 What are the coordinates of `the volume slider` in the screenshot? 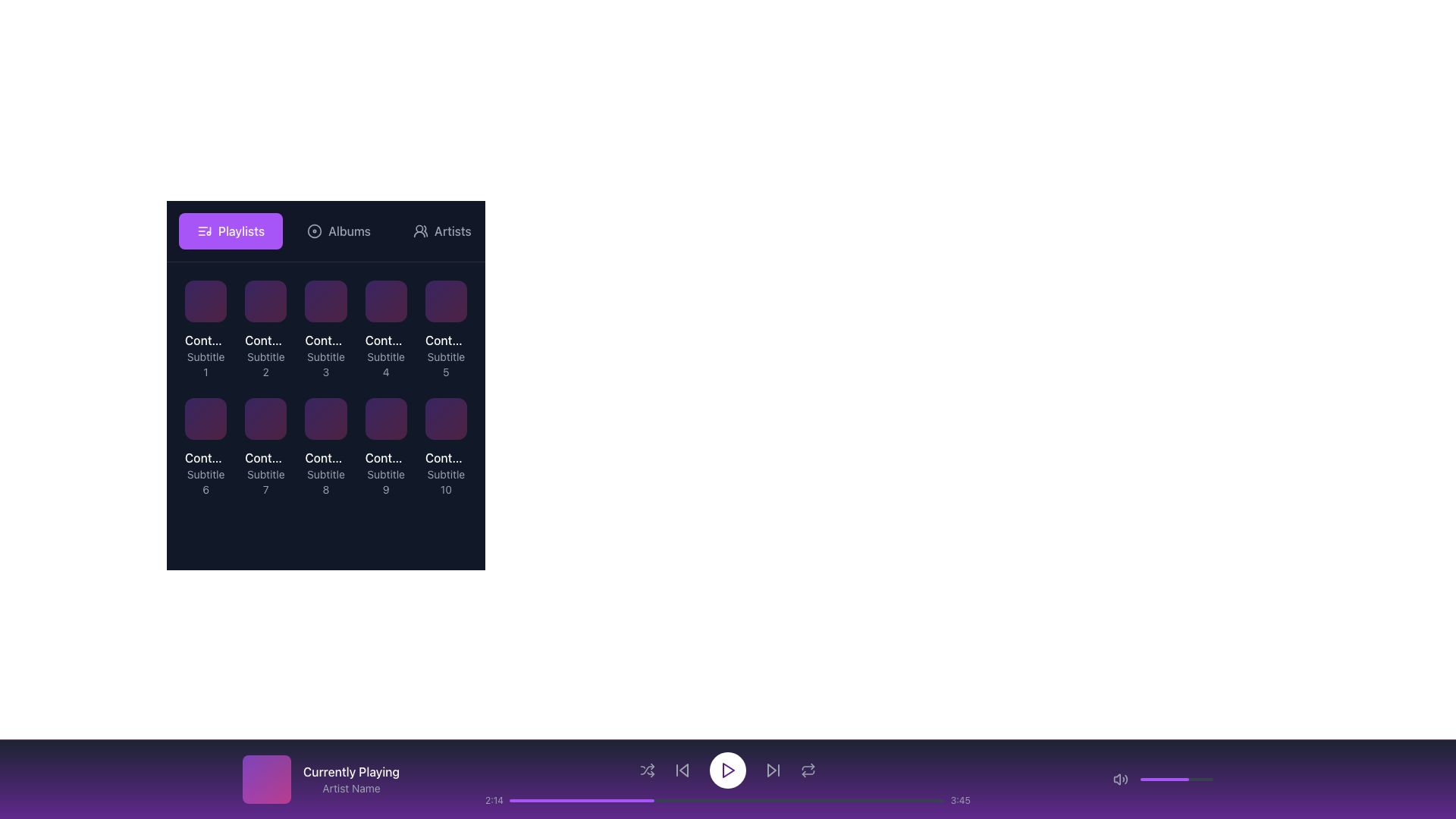 It's located at (1153, 780).